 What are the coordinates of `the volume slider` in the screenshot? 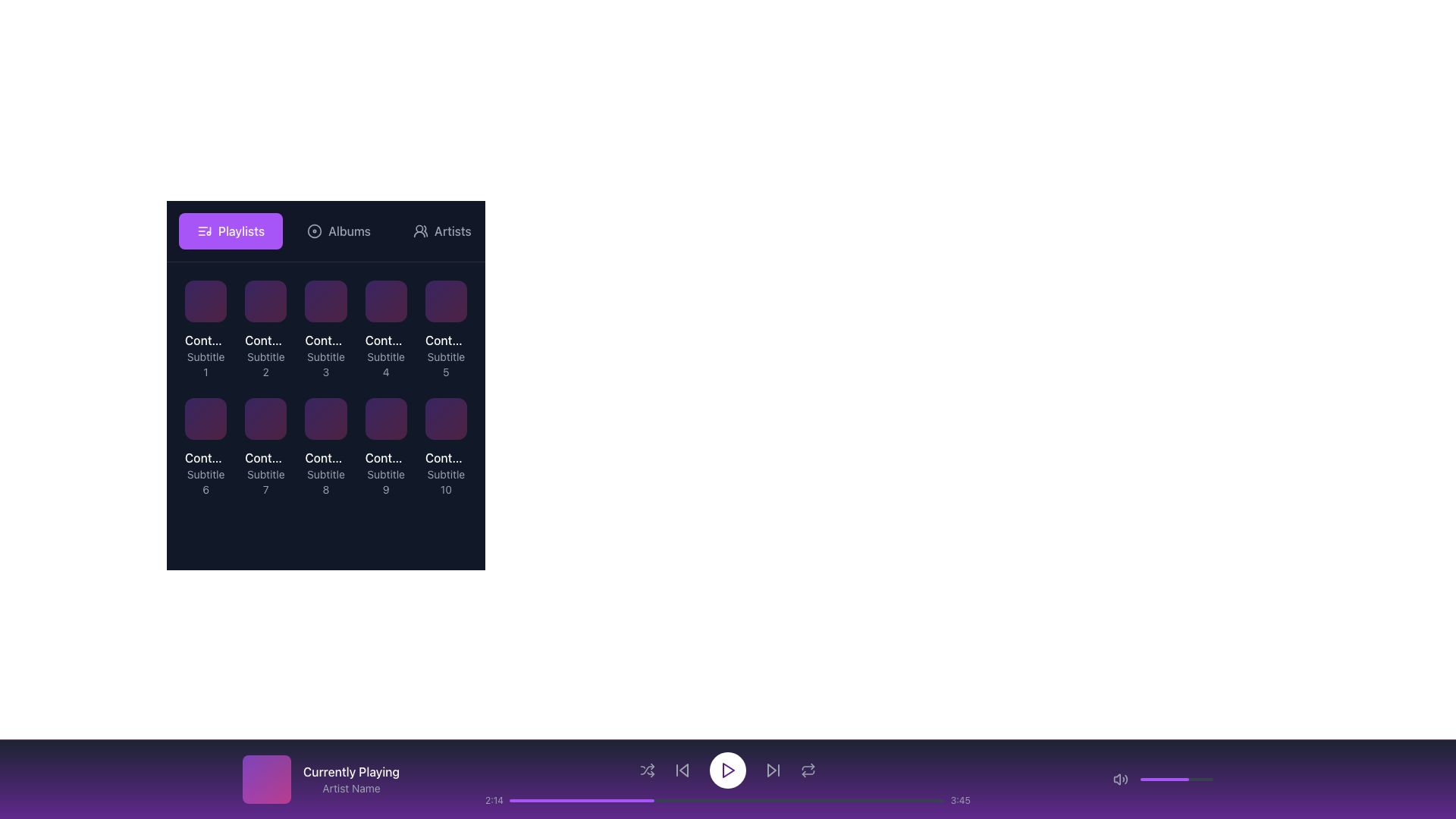 It's located at (1153, 780).